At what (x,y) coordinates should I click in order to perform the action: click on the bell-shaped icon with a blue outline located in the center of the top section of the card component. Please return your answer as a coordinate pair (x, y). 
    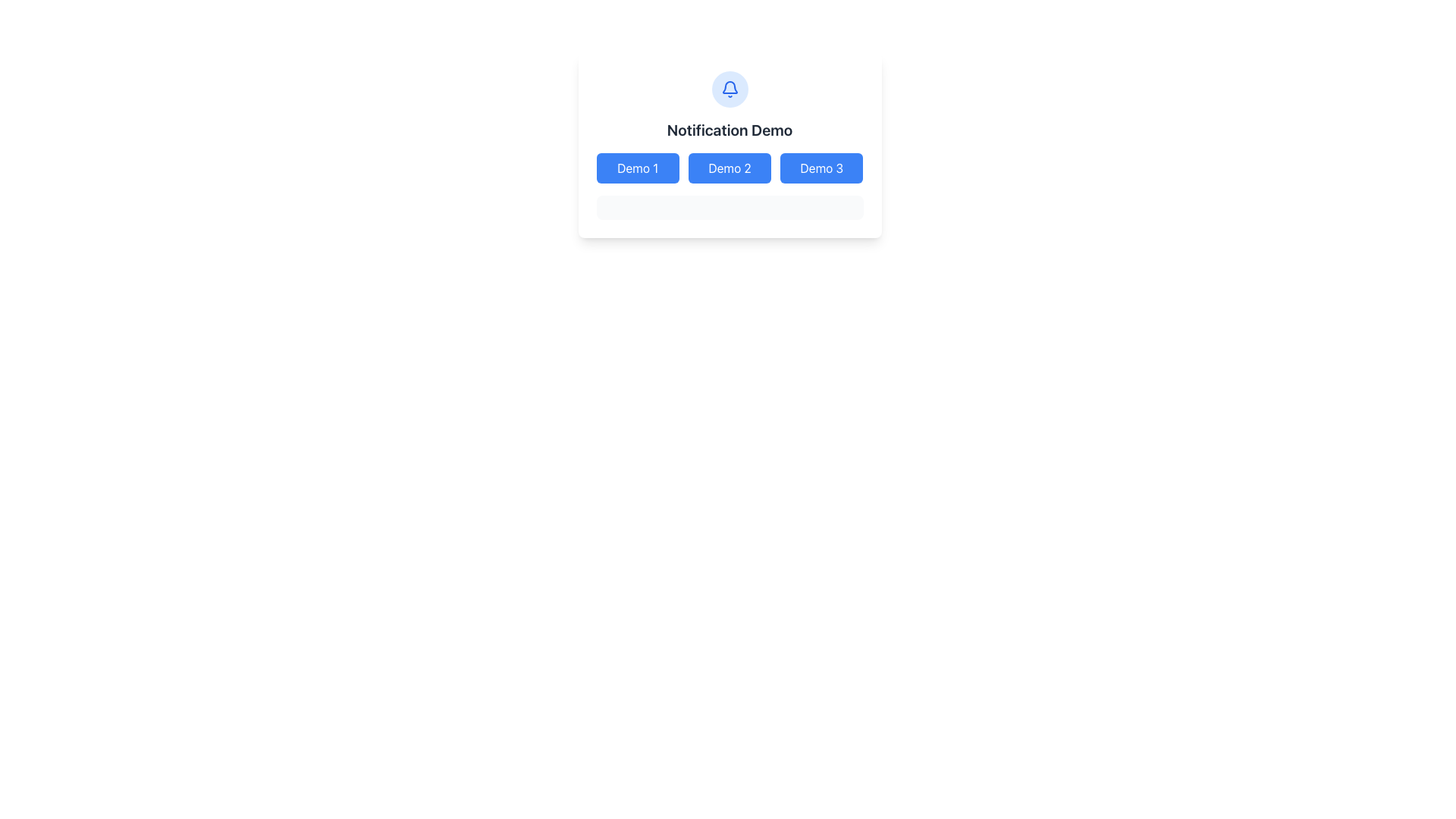
    Looking at the image, I should click on (730, 89).